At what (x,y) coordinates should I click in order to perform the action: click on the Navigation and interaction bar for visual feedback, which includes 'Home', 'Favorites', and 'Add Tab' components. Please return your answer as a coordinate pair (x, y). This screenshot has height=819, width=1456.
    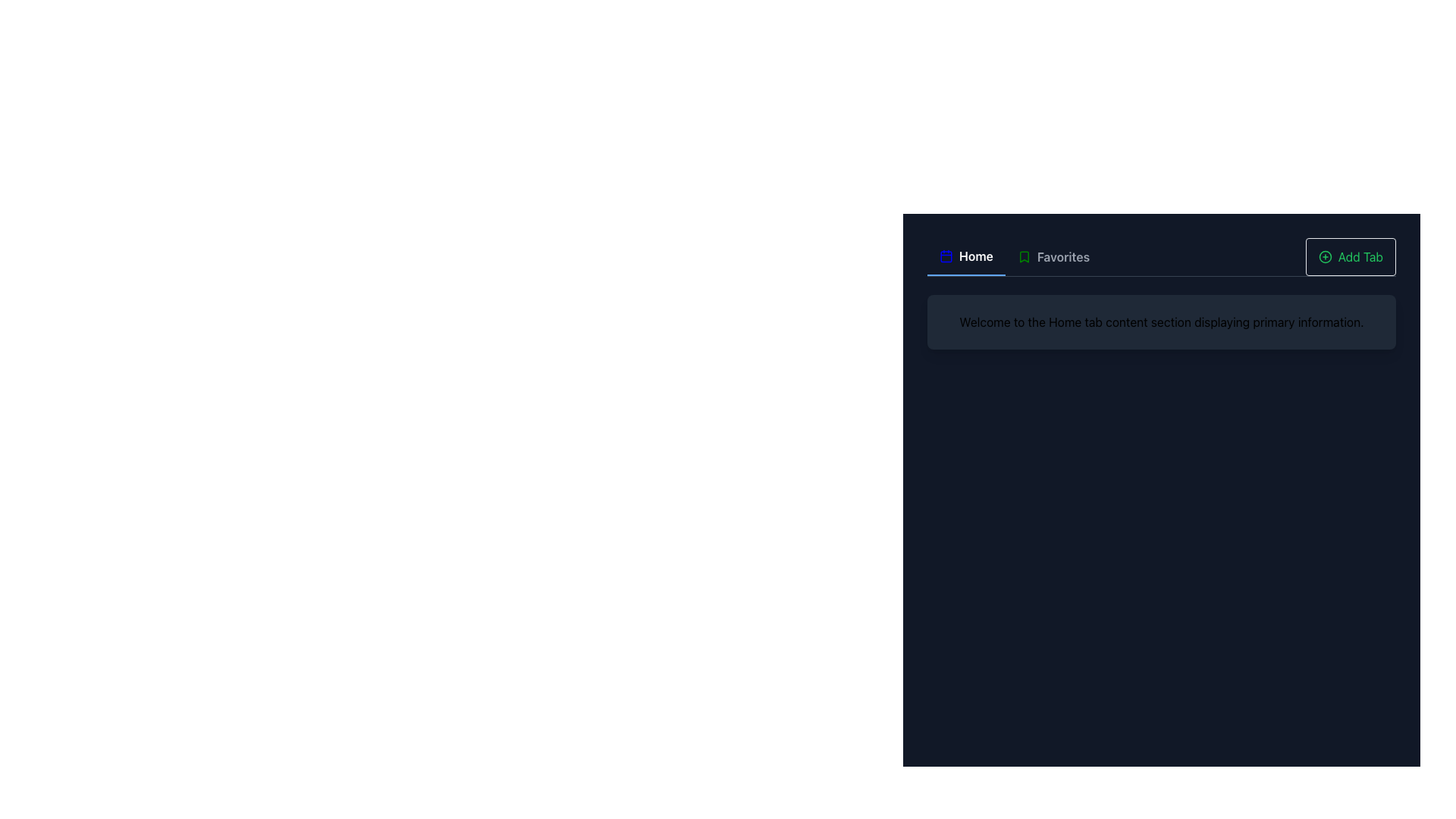
    Looking at the image, I should click on (1160, 256).